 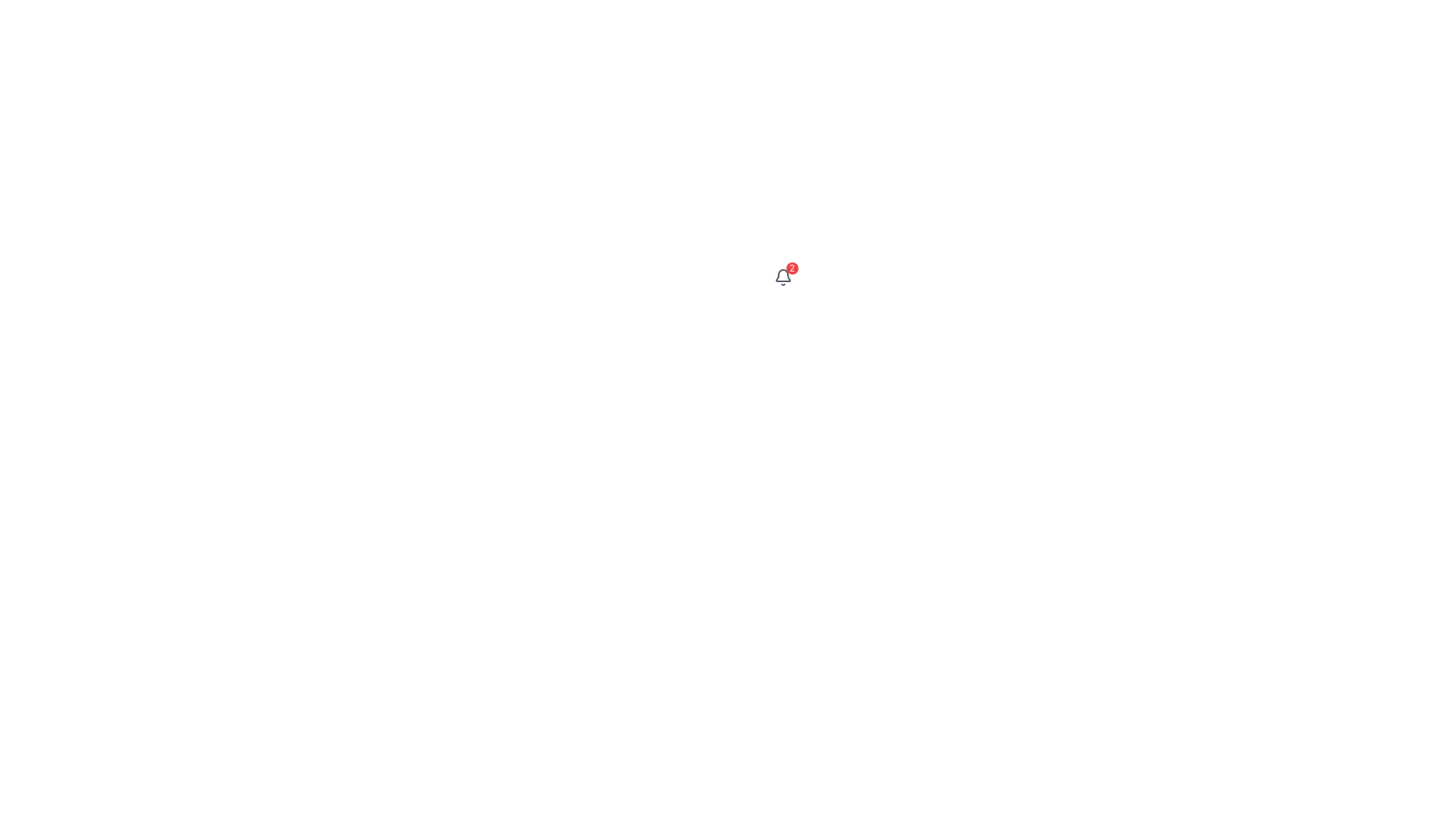 I want to click on the text content of the Notification badge, which is a circular badge with a red background displaying the number '2' in white, located at the top-right corner of the notification icon, so click(x=791, y=268).